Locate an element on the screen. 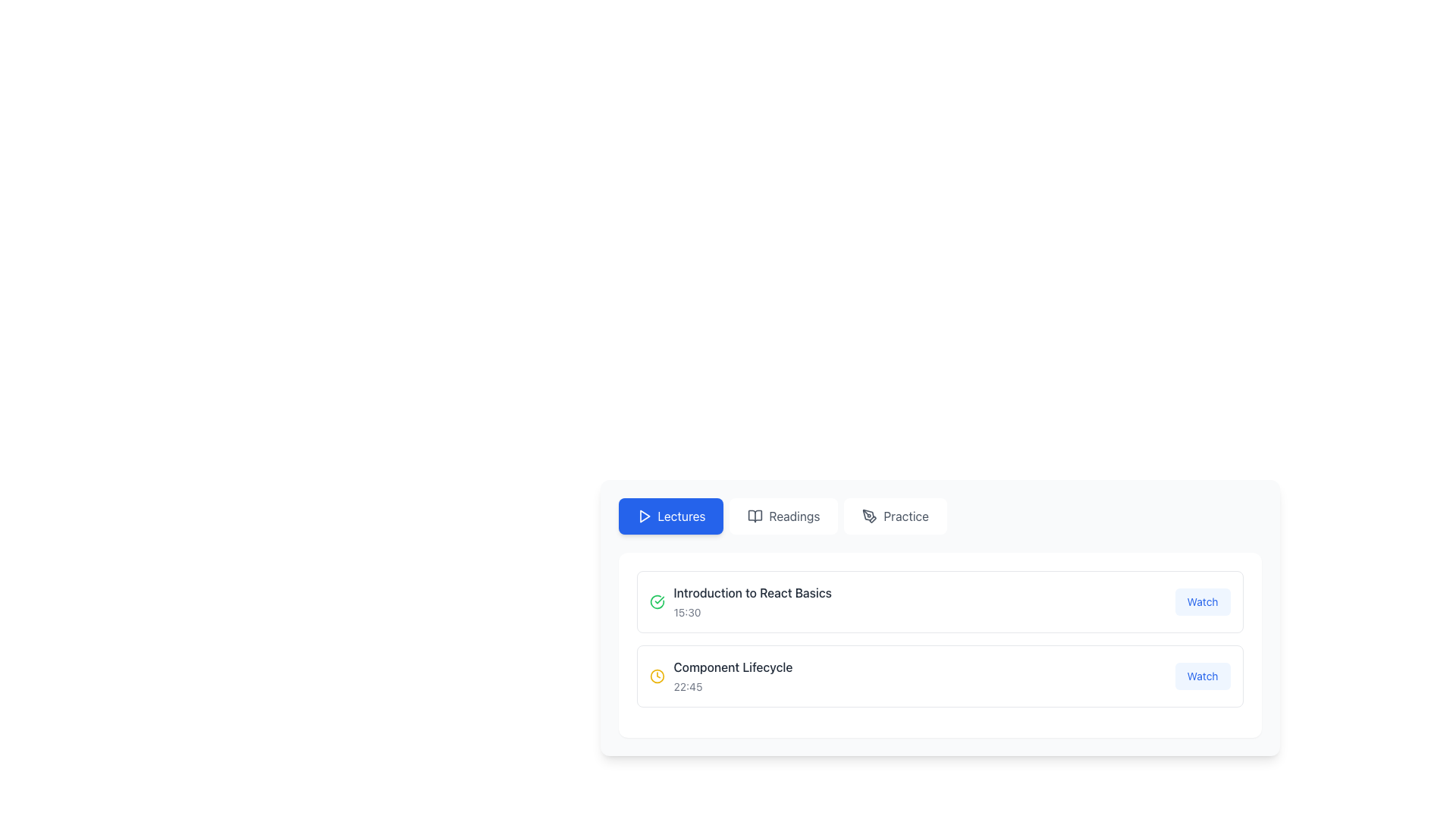 Image resolution: width=1456 pixels, height=819 pixels. the third button in the horizontal group of three buttons, which is located to the right of the 'Lectures' and 'Readings' buttons is located at coordinates (896, 516).